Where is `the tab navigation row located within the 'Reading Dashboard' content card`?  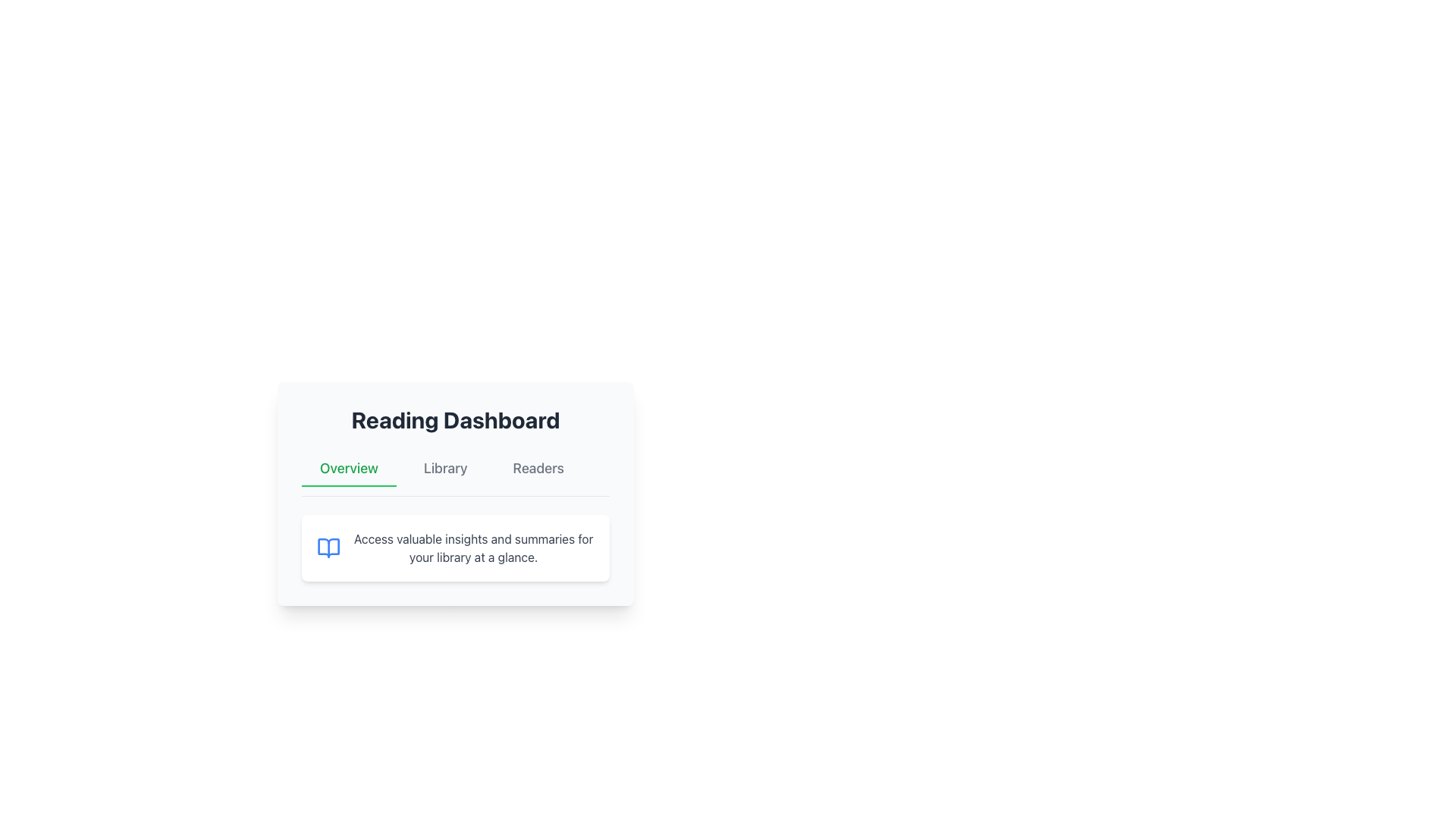 the tab navigation row located within the 'Reading Dashboard' content card is located at coordinates (454, 494).